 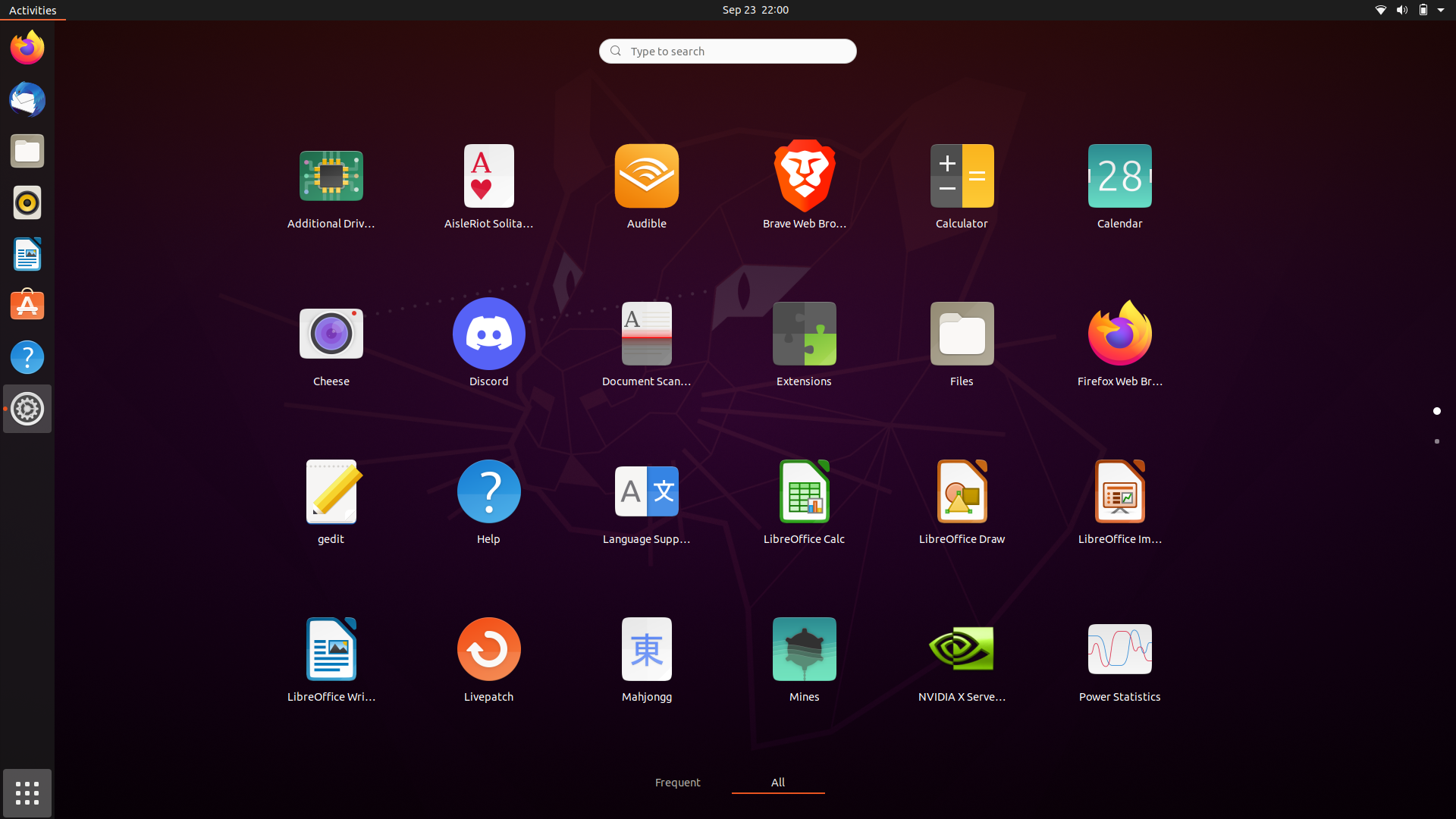 I want to click on Look for "Google, so click(x=726, y=49).